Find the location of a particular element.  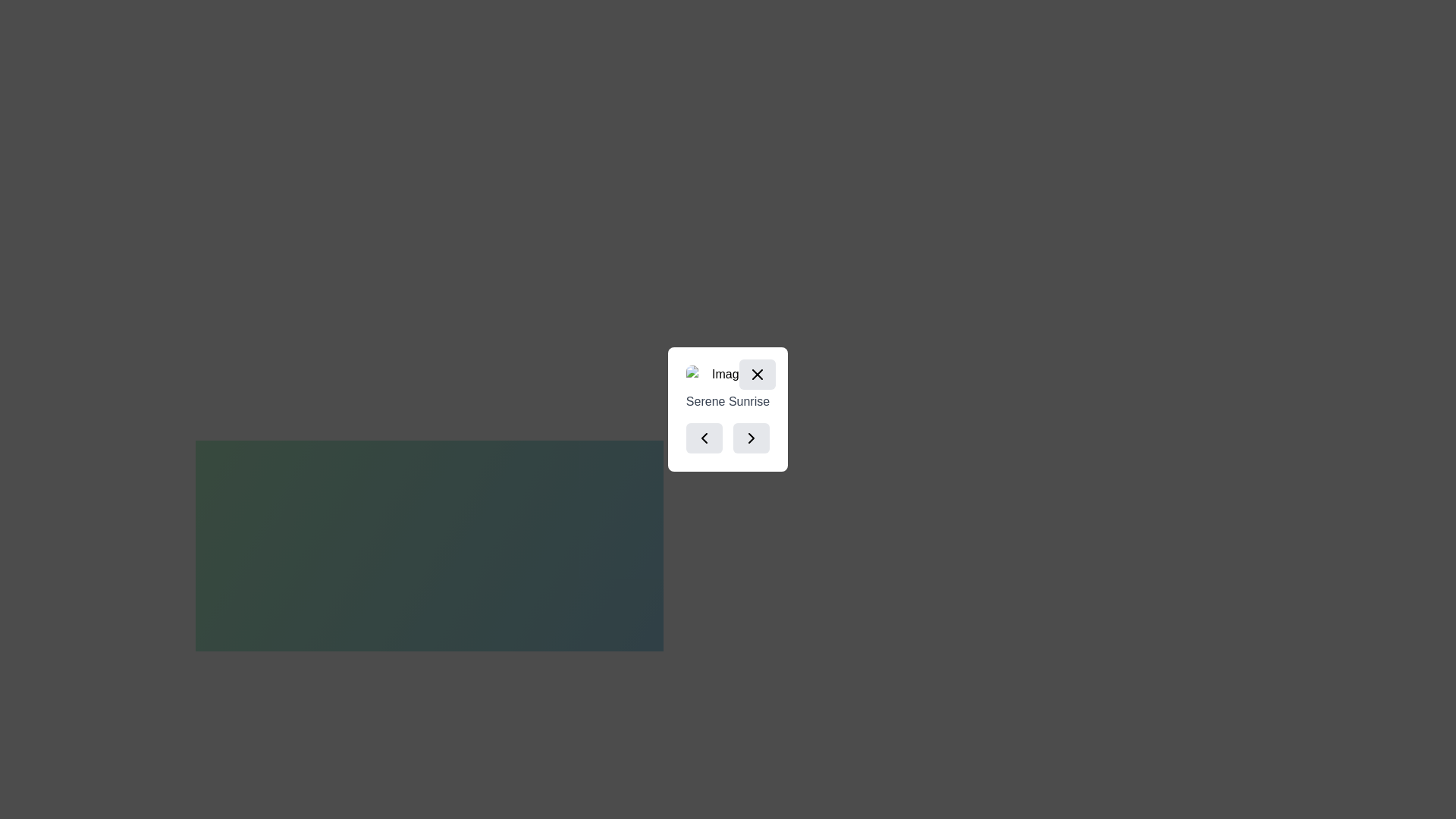

text label displaying 'Serene Sunrise', which is centered below an image preview area in a pop-up structure is located at coordinates (728, 400).